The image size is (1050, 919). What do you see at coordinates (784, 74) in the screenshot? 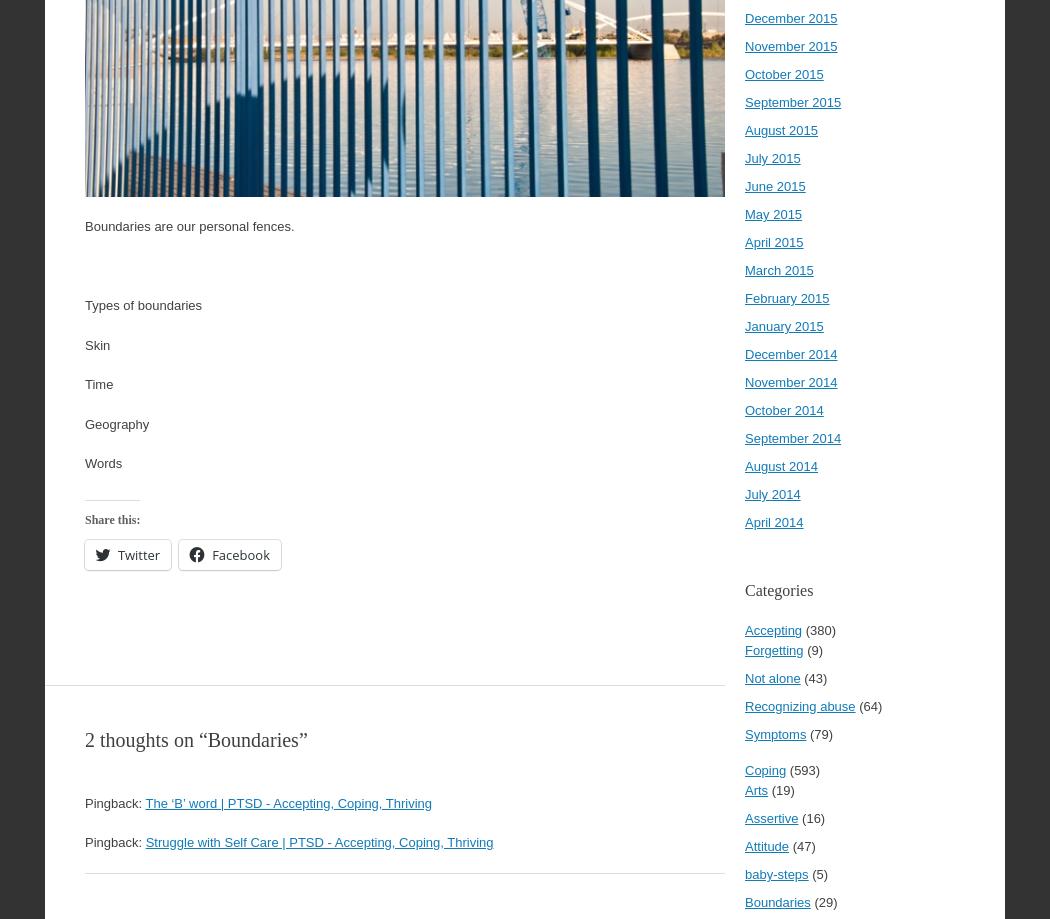
I see `'October 2015'` at bounding box center [784, 74].